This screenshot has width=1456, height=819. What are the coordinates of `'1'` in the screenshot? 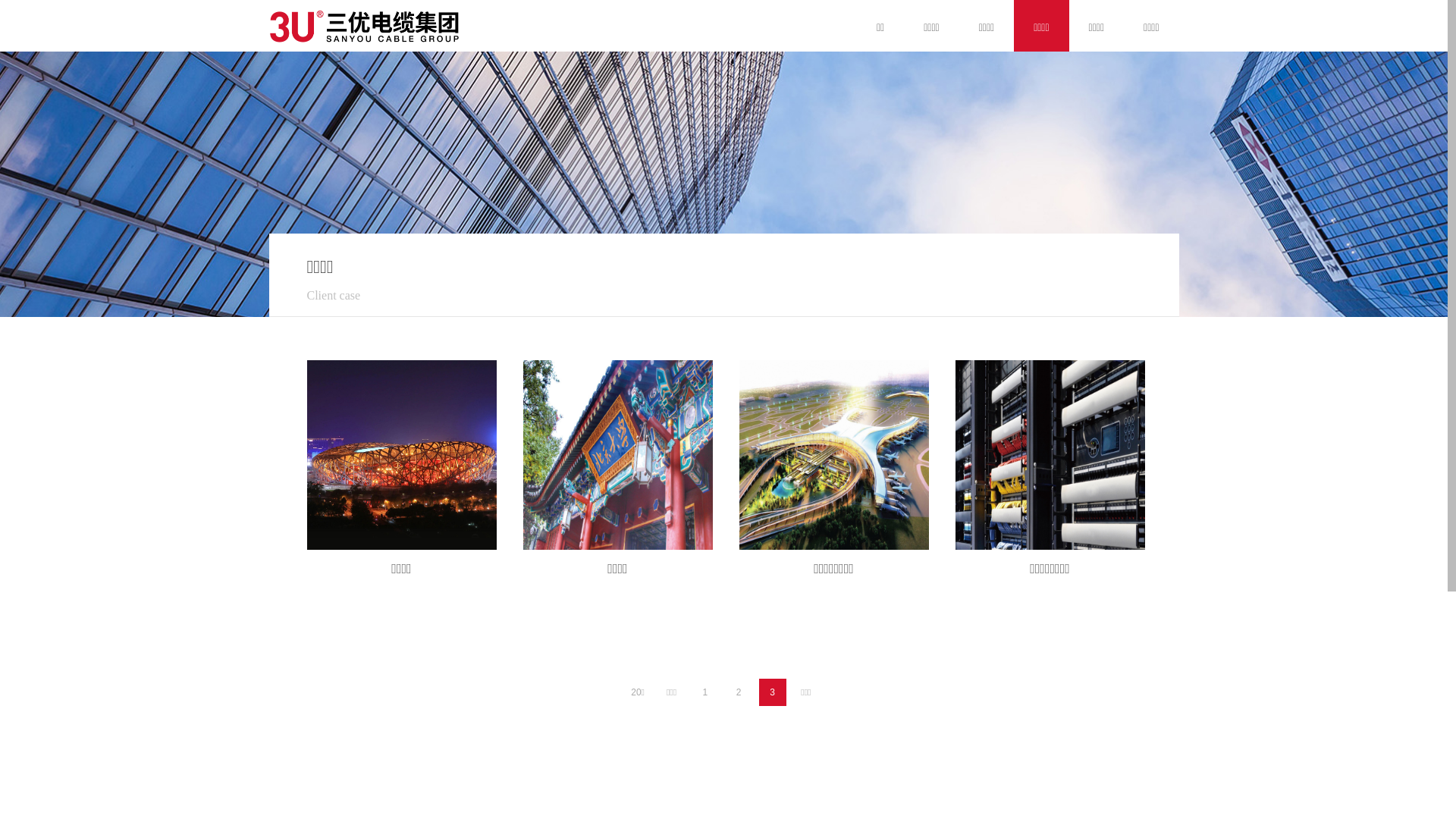 It's located at (691, 692).